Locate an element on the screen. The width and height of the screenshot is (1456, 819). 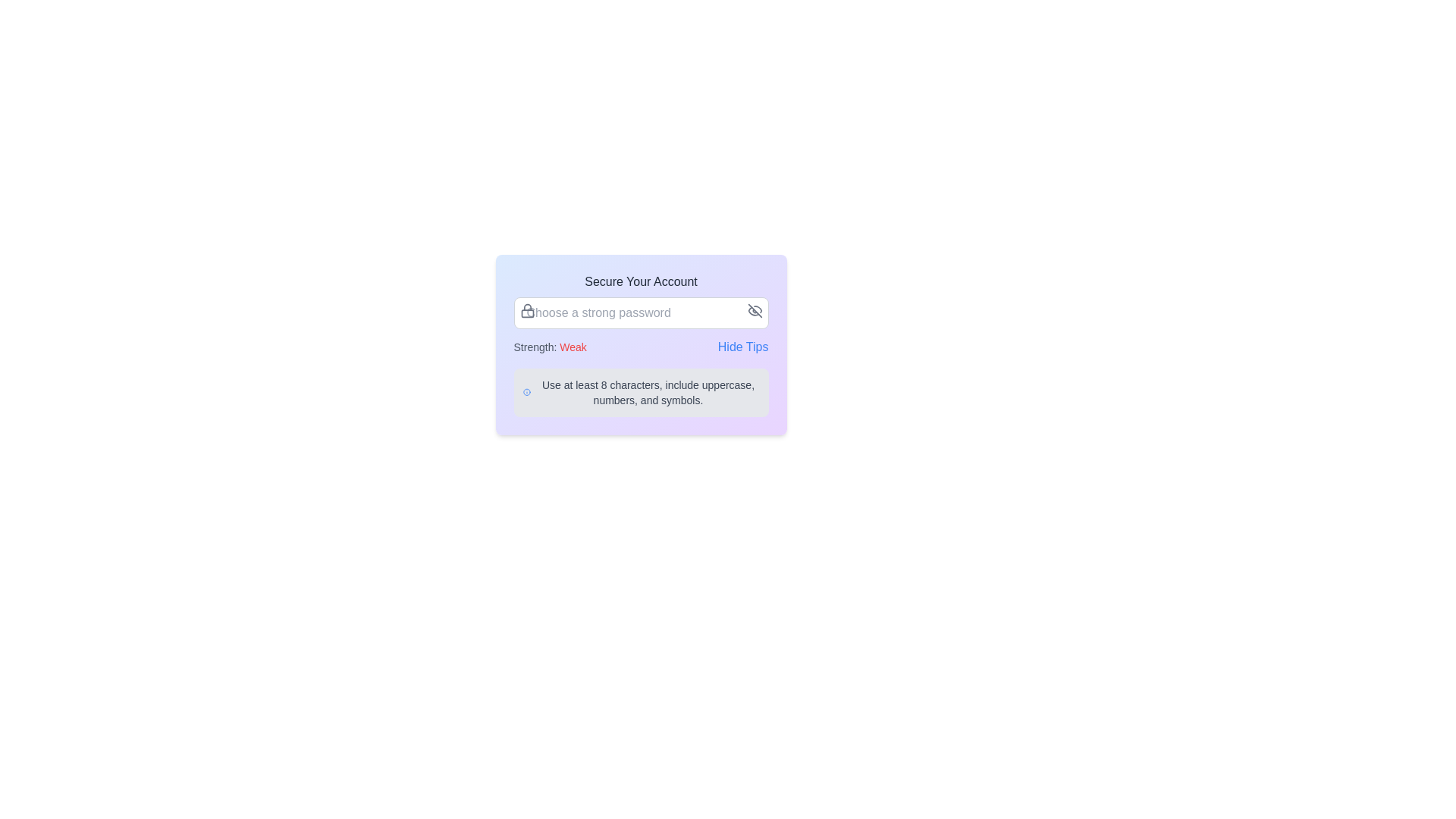
the text link on the right side of the password strength indicator to hide the tips related to password creation is located at coordinates (743, 347).